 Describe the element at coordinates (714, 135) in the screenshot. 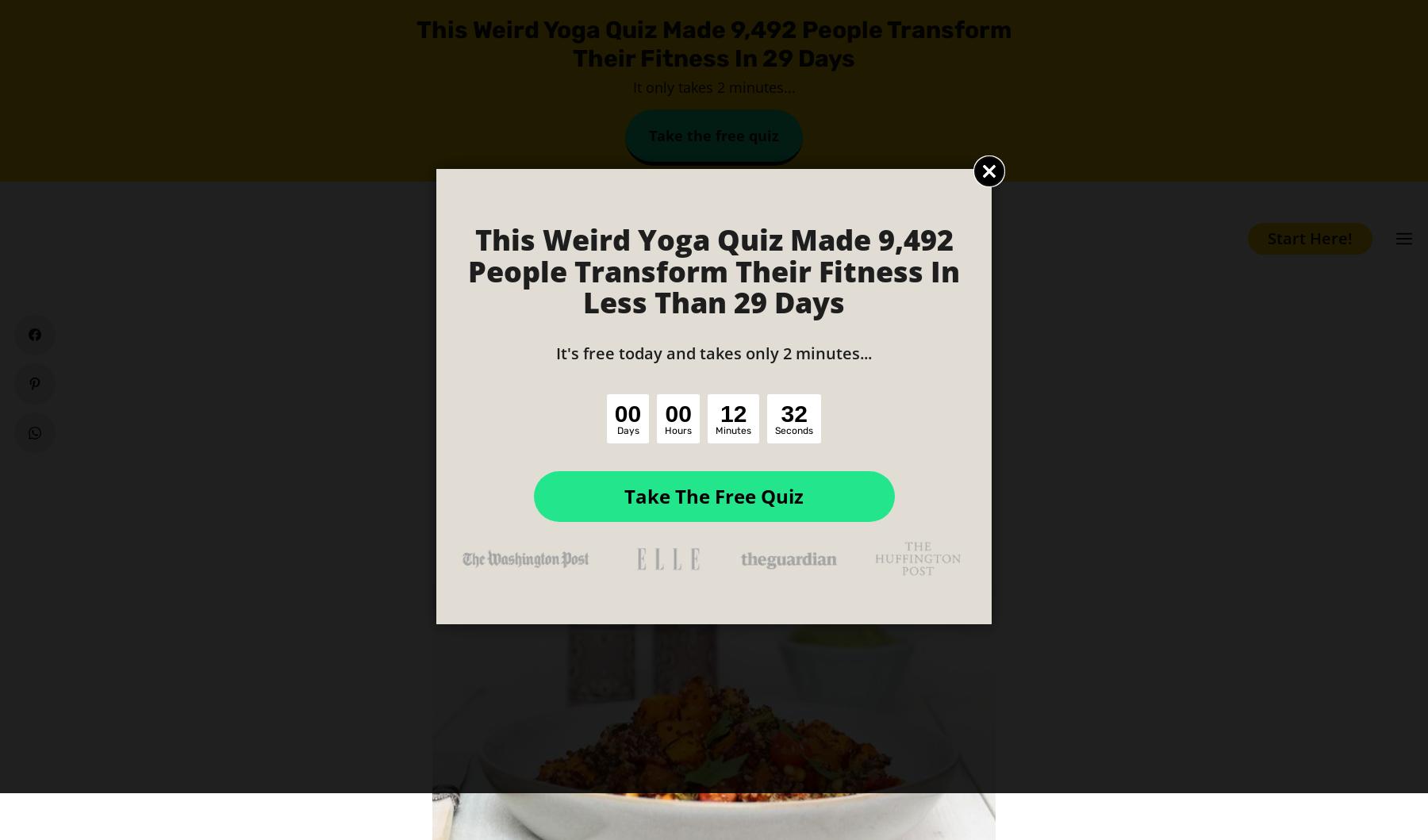

I see `'Take the free quiz'` at that location.